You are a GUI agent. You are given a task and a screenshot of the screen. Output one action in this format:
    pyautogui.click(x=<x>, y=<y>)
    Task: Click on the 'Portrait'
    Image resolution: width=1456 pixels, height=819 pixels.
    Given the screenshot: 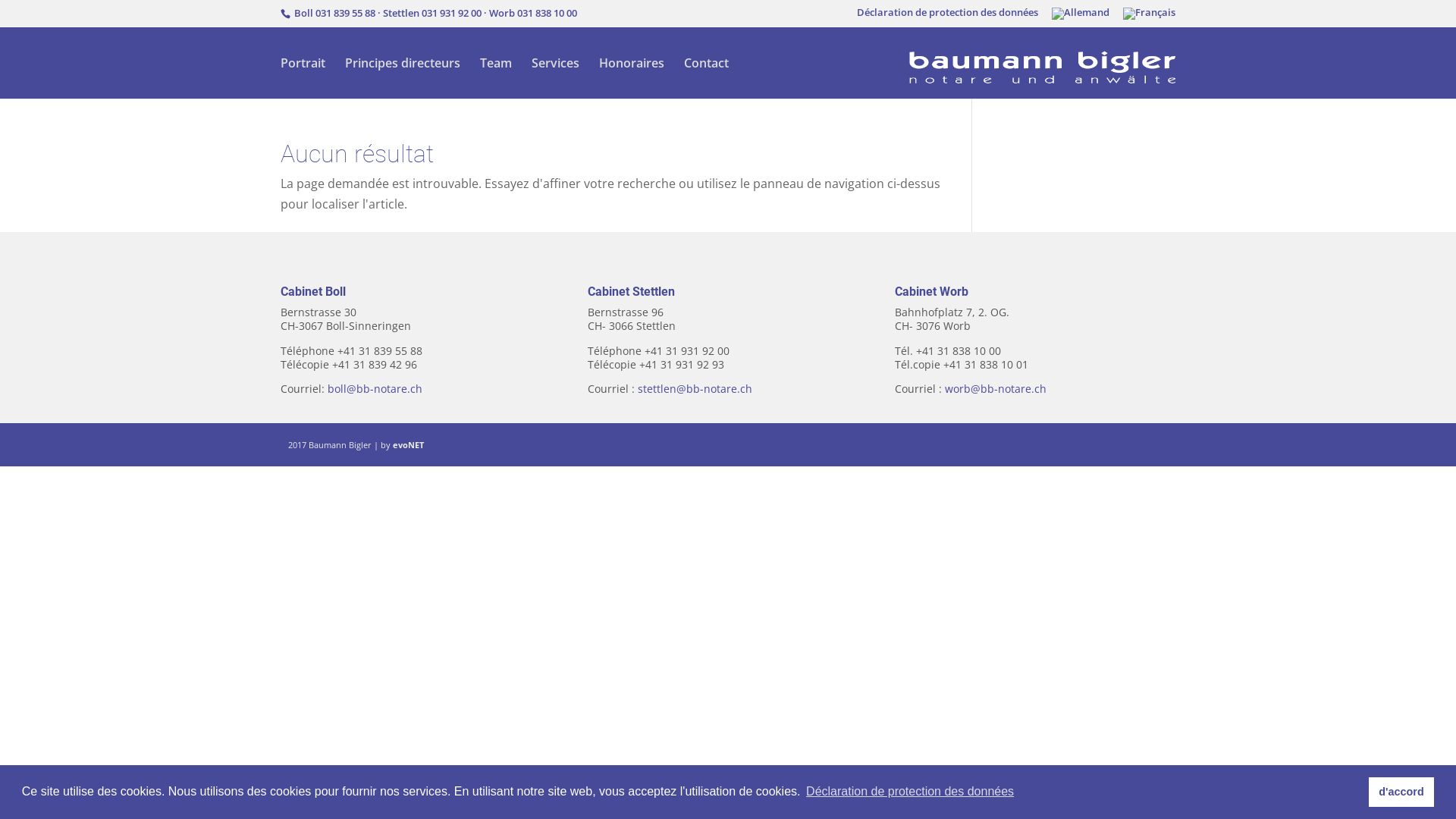 What is the action you would take?
    pyautogui.click(x=303, y=78)
    